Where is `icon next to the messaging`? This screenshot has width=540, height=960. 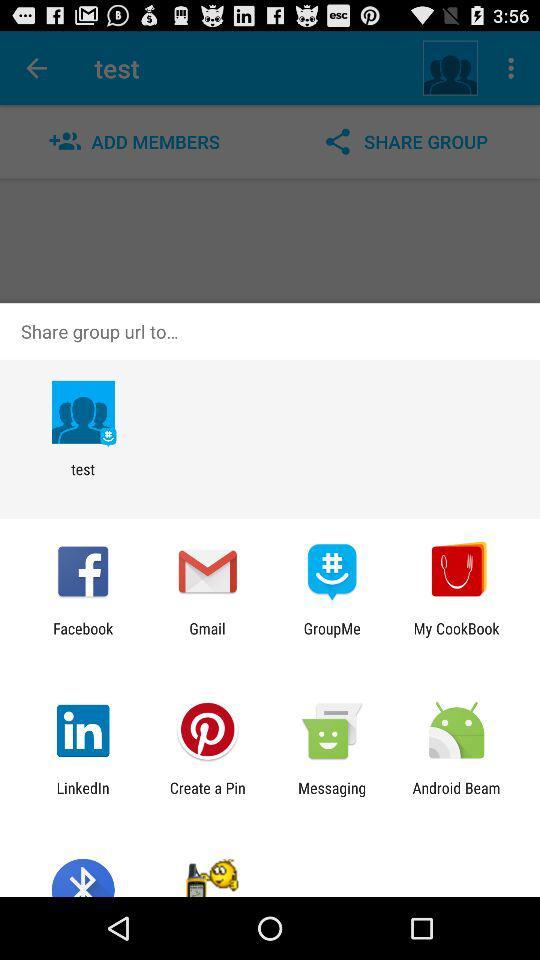 icon next to the messaging is located at coordinates (456, 796).